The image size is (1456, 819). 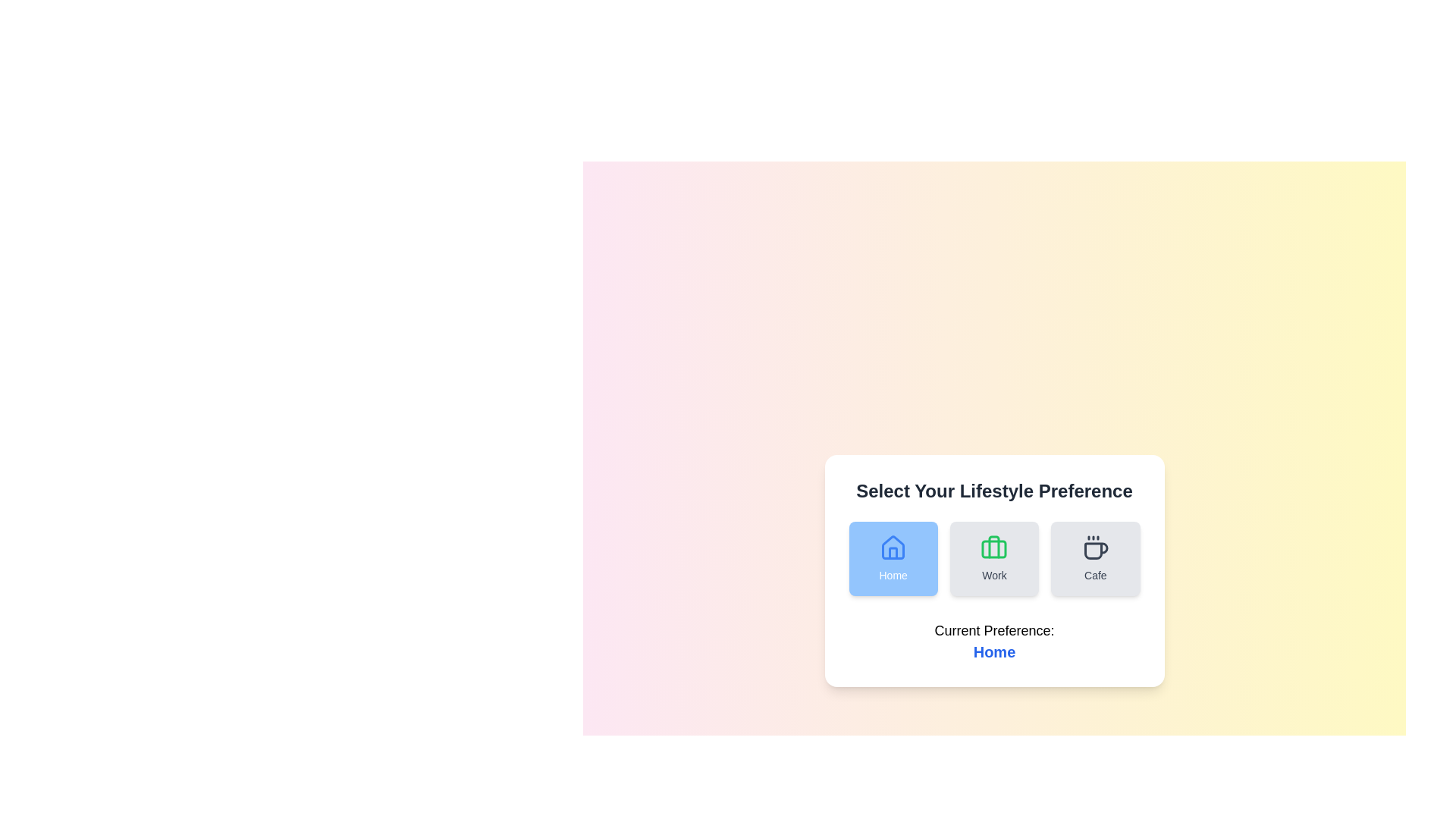 I want to click on the green 'Work' button featuring a briefcase icon, so click(x=994, y=558).